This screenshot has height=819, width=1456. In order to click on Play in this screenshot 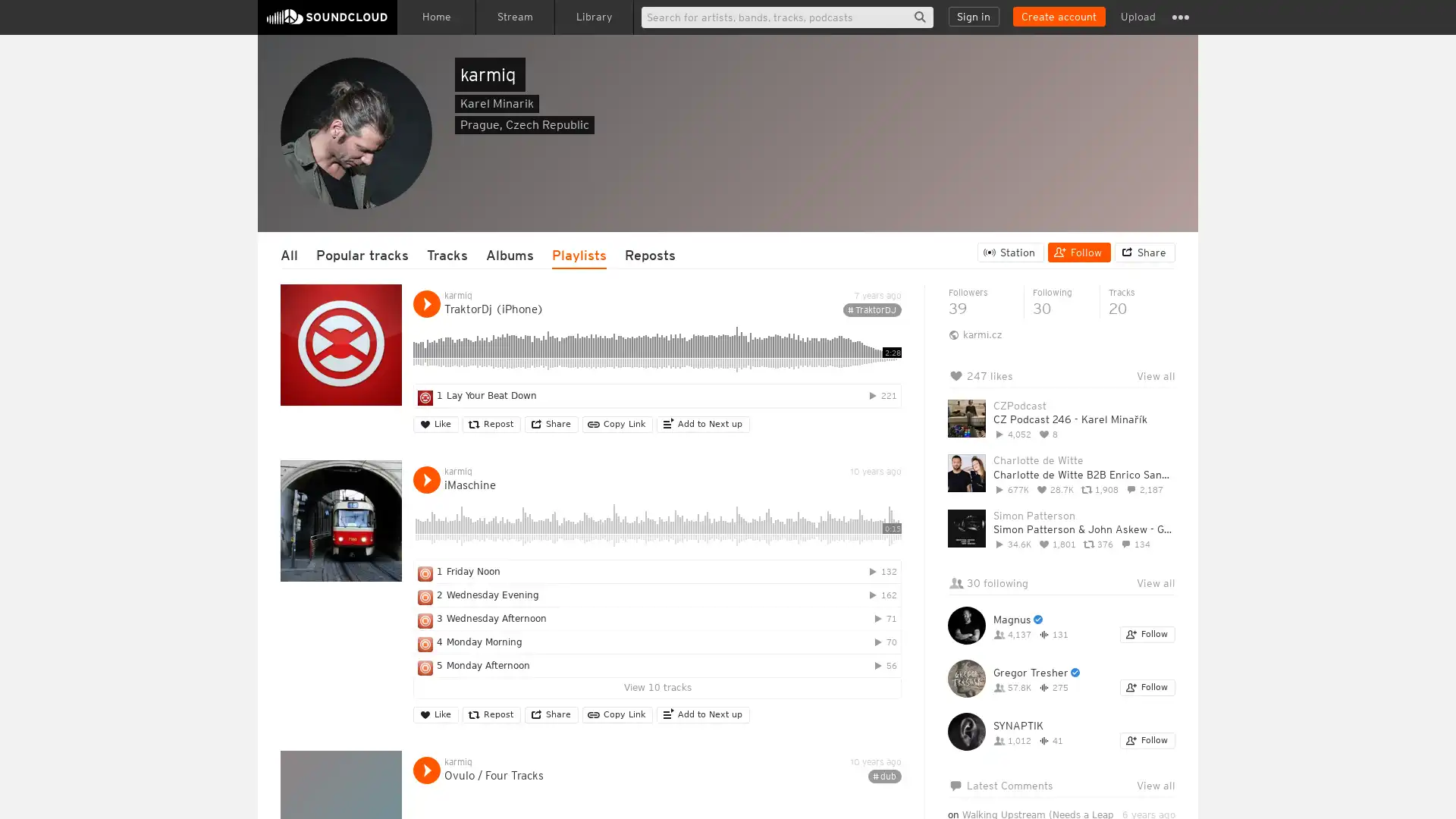, I will do `click(425, 770)`.